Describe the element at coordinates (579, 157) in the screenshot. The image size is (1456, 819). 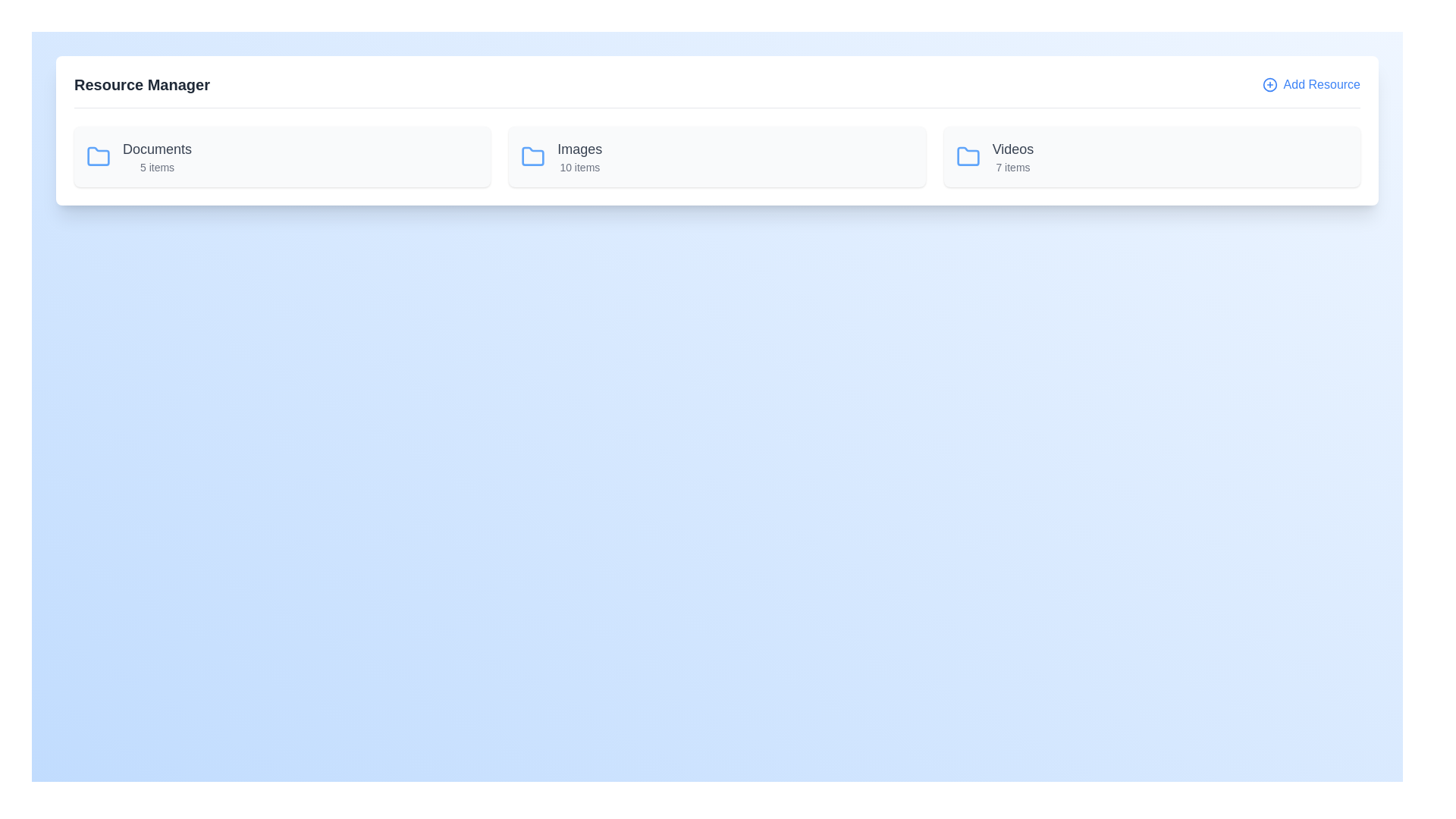
I see `text content of the 'Images' folder summary located in the second folder section of the main layout panel` at that location.